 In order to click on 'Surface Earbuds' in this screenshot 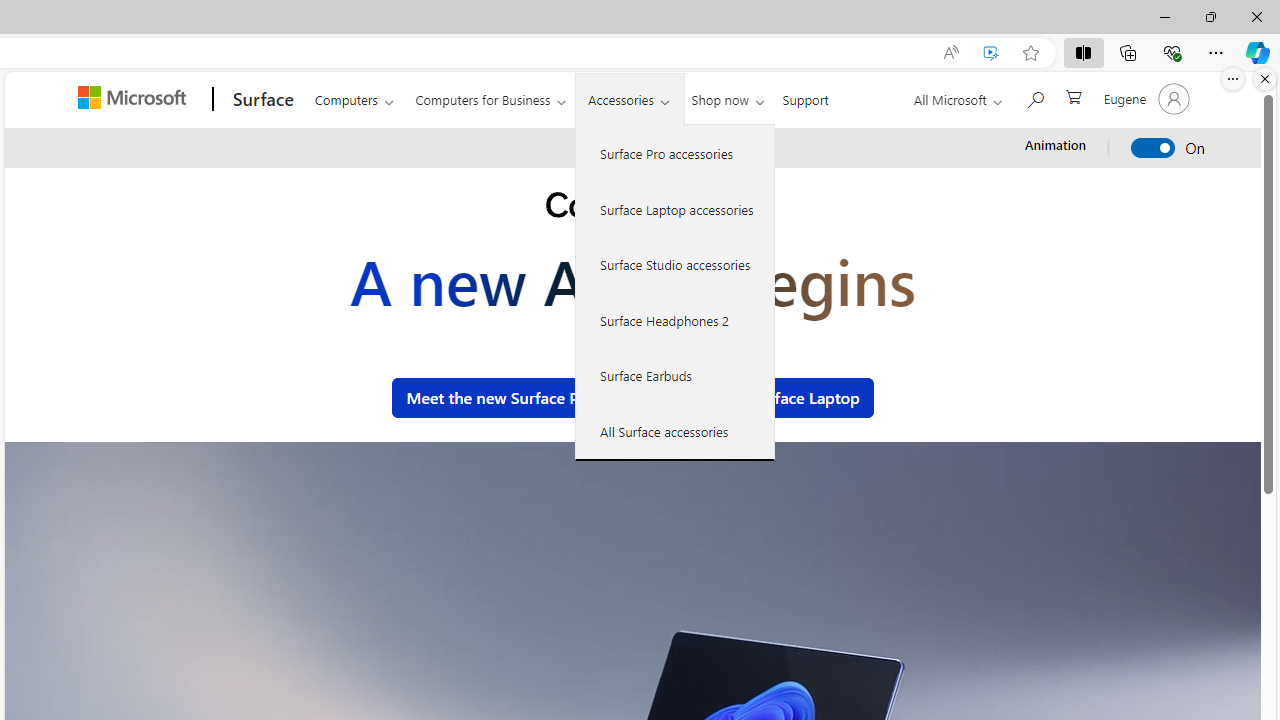, I will do `click(675, 375)`.